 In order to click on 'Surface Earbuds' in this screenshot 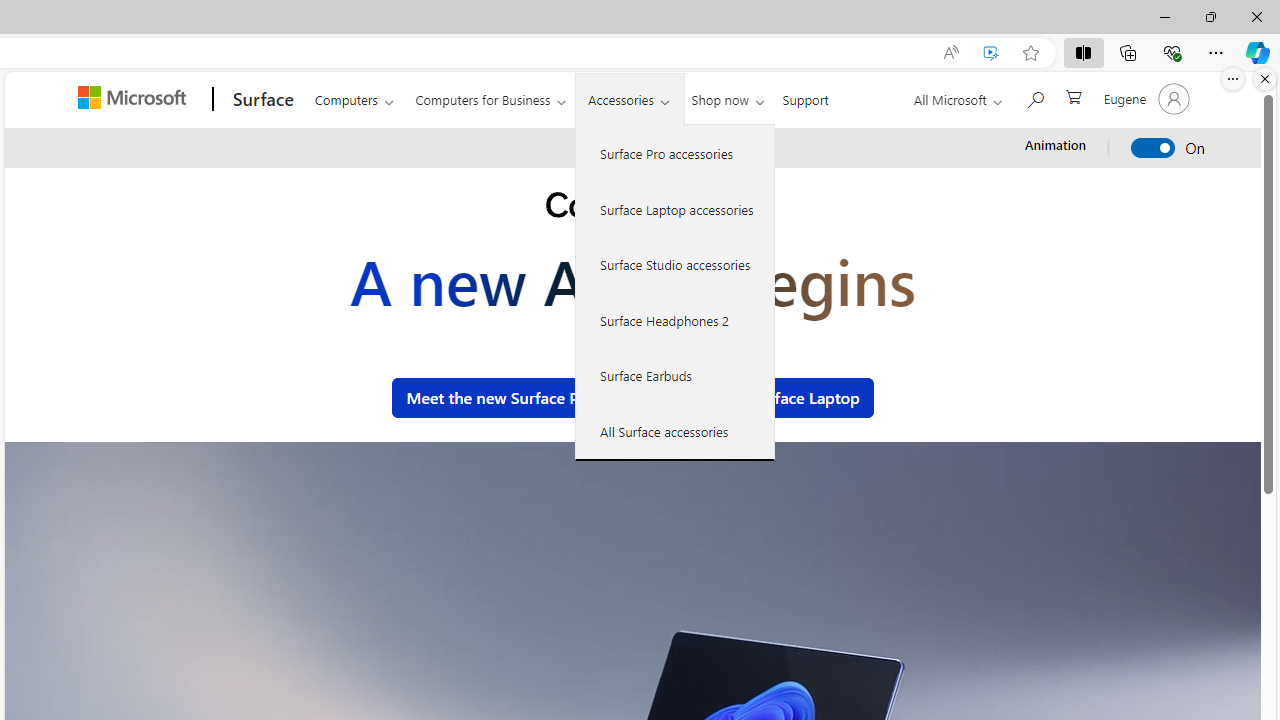, I will do `click(675, 375)`.